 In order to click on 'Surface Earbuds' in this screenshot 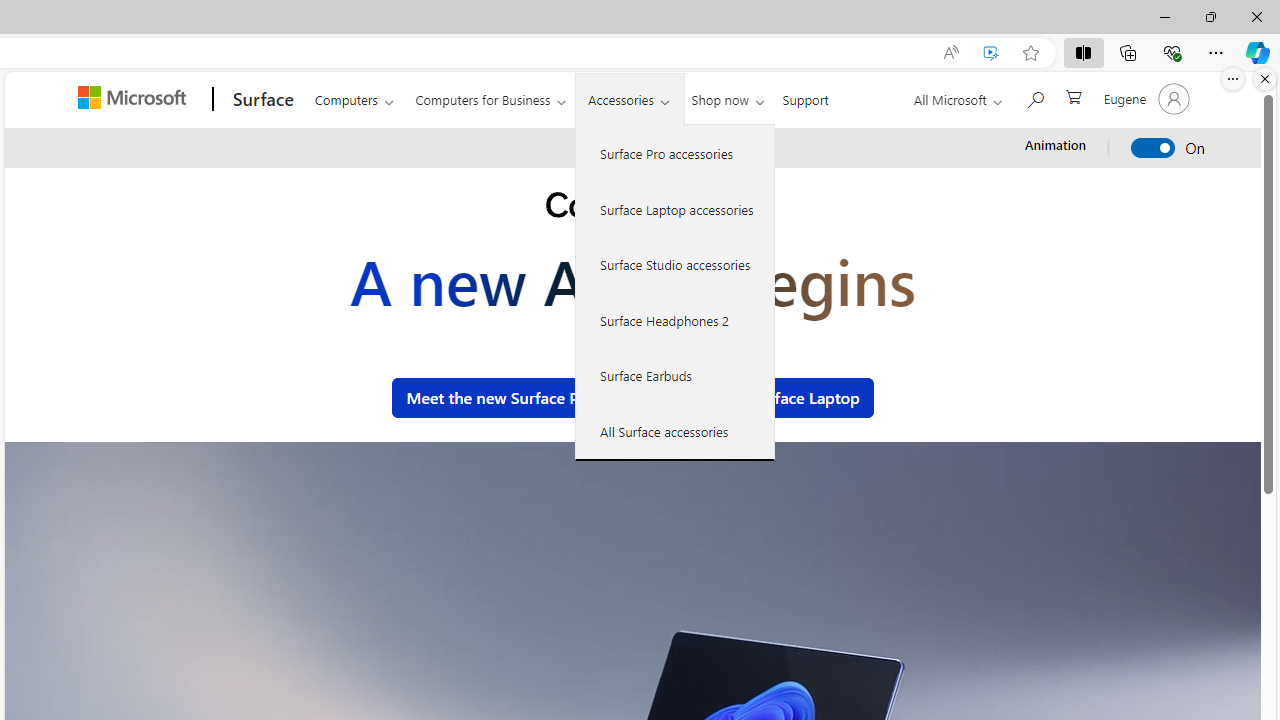, I will do `click(675, 375)`.